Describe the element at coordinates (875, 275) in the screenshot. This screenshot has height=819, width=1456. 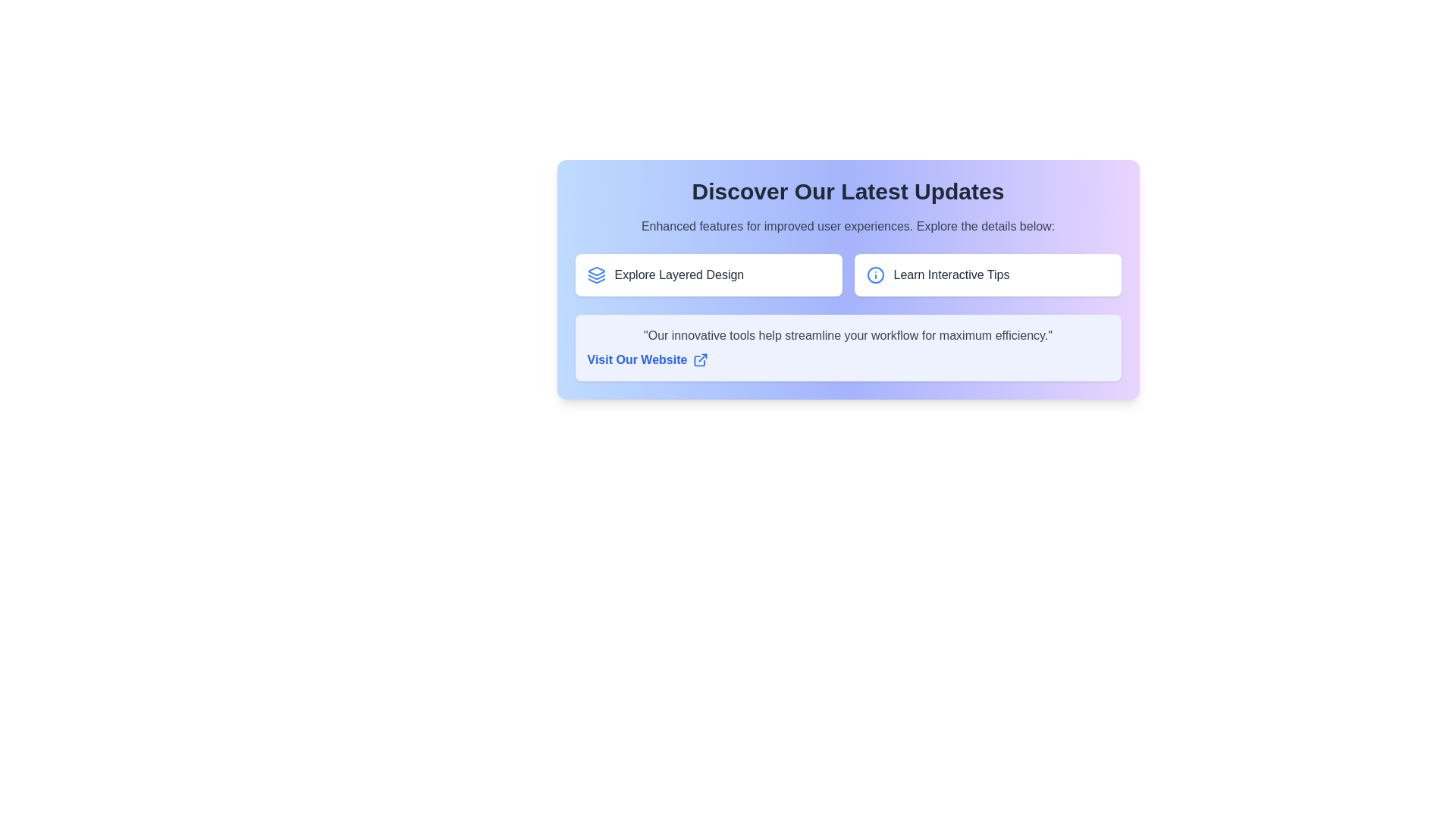
I see `the SVG-based icon located to the left of the text in the 'Learn Interactive Tips' button, which is the second button from the top in a horizontal group of interactive buttons` at that location.